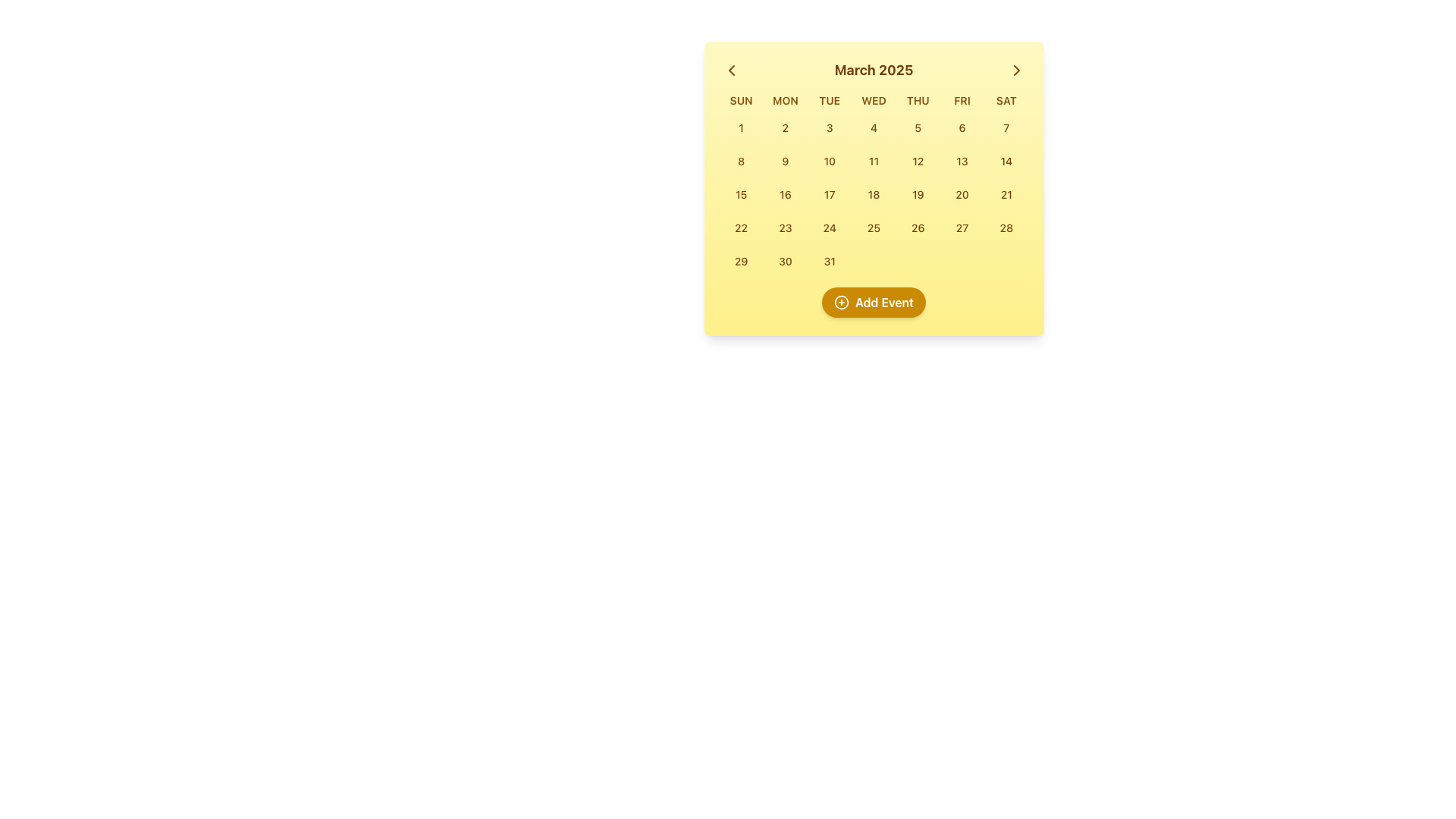 The image size is (1456, 819). Describe the element at coordinates (917, 193) in the screenshot. I see `the text label representing the date 19th March 2025 in the calendar interface` at that location.